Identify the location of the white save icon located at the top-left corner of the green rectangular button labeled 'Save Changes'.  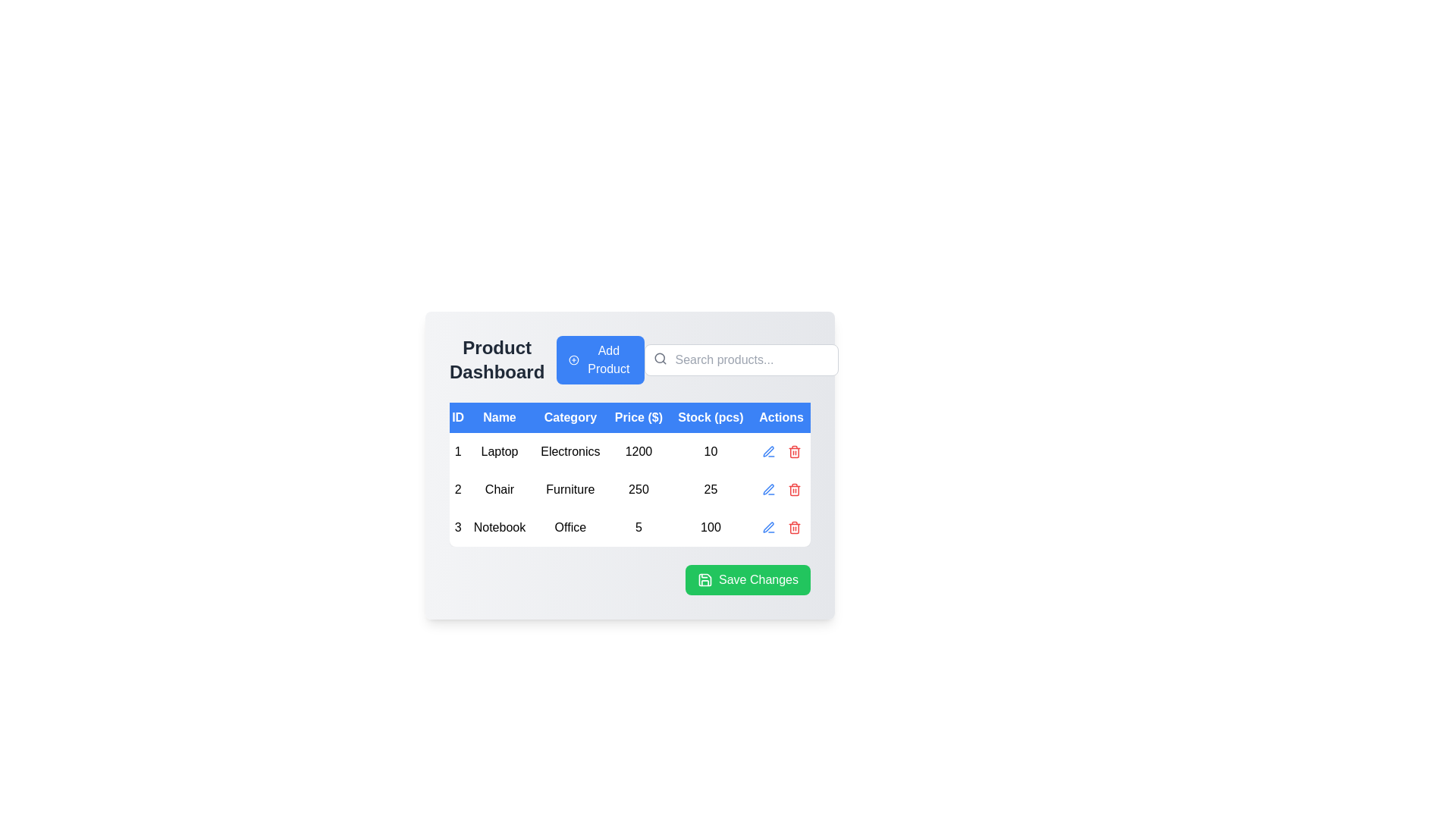
(704, 579).